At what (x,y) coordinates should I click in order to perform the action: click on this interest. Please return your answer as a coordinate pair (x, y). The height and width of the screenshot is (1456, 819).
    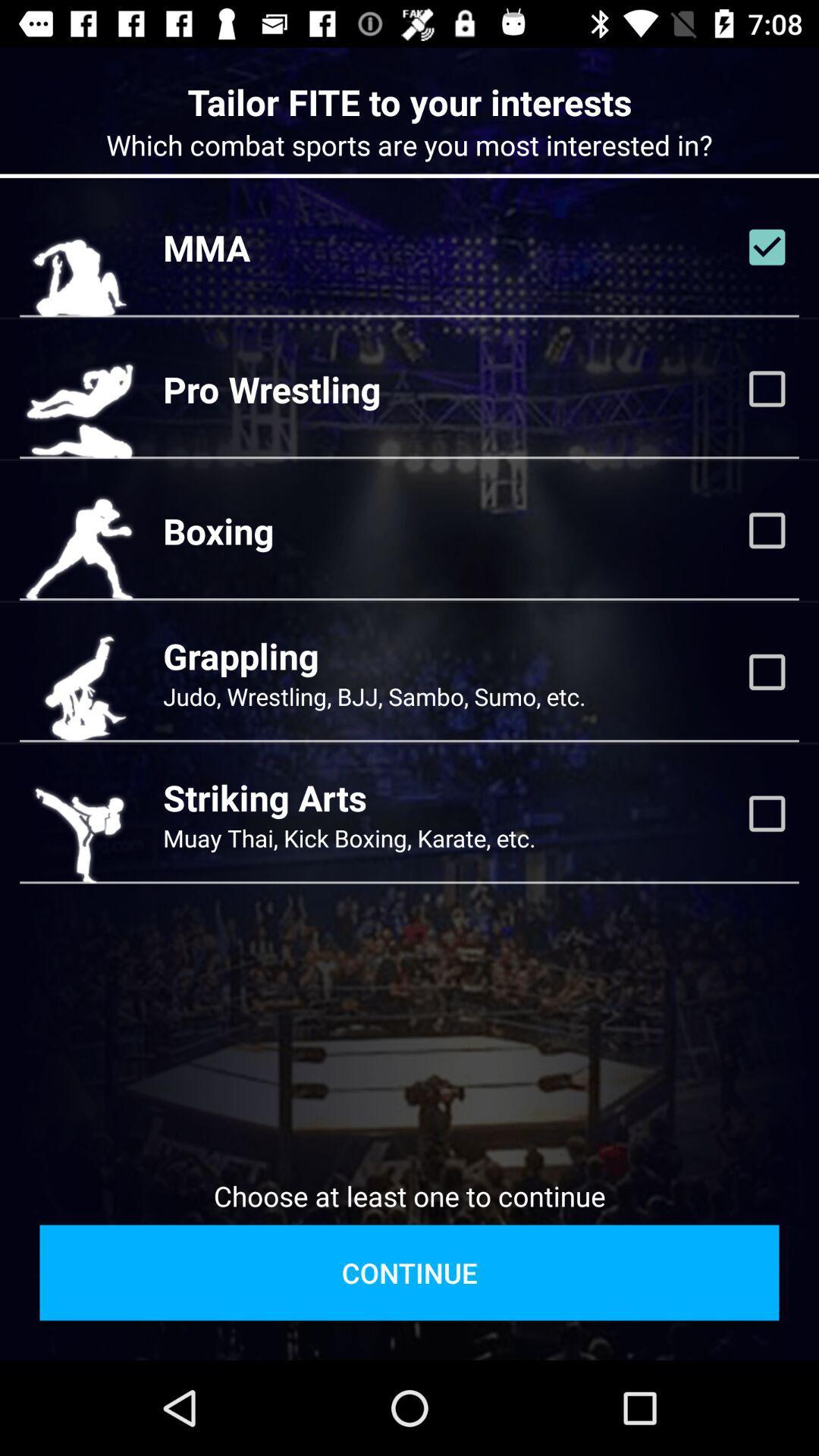
    Looking at the image, I should click on (767, 389).